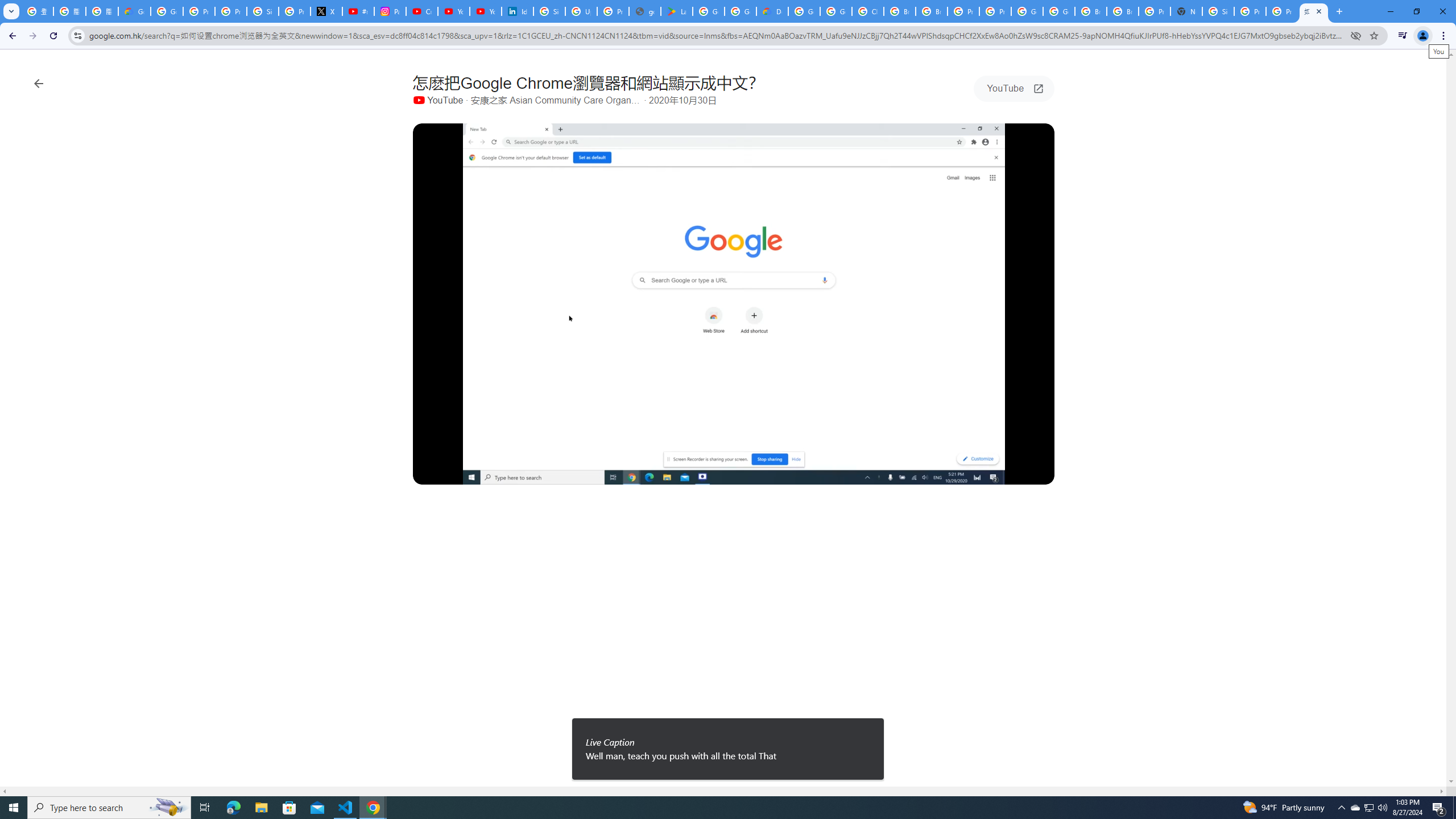 The height and width of the screenshot is (819, 1456). Describe the element at coordinates (1059, 11) in the screenshot. I see `'Google Cloud Platform'` at that location.